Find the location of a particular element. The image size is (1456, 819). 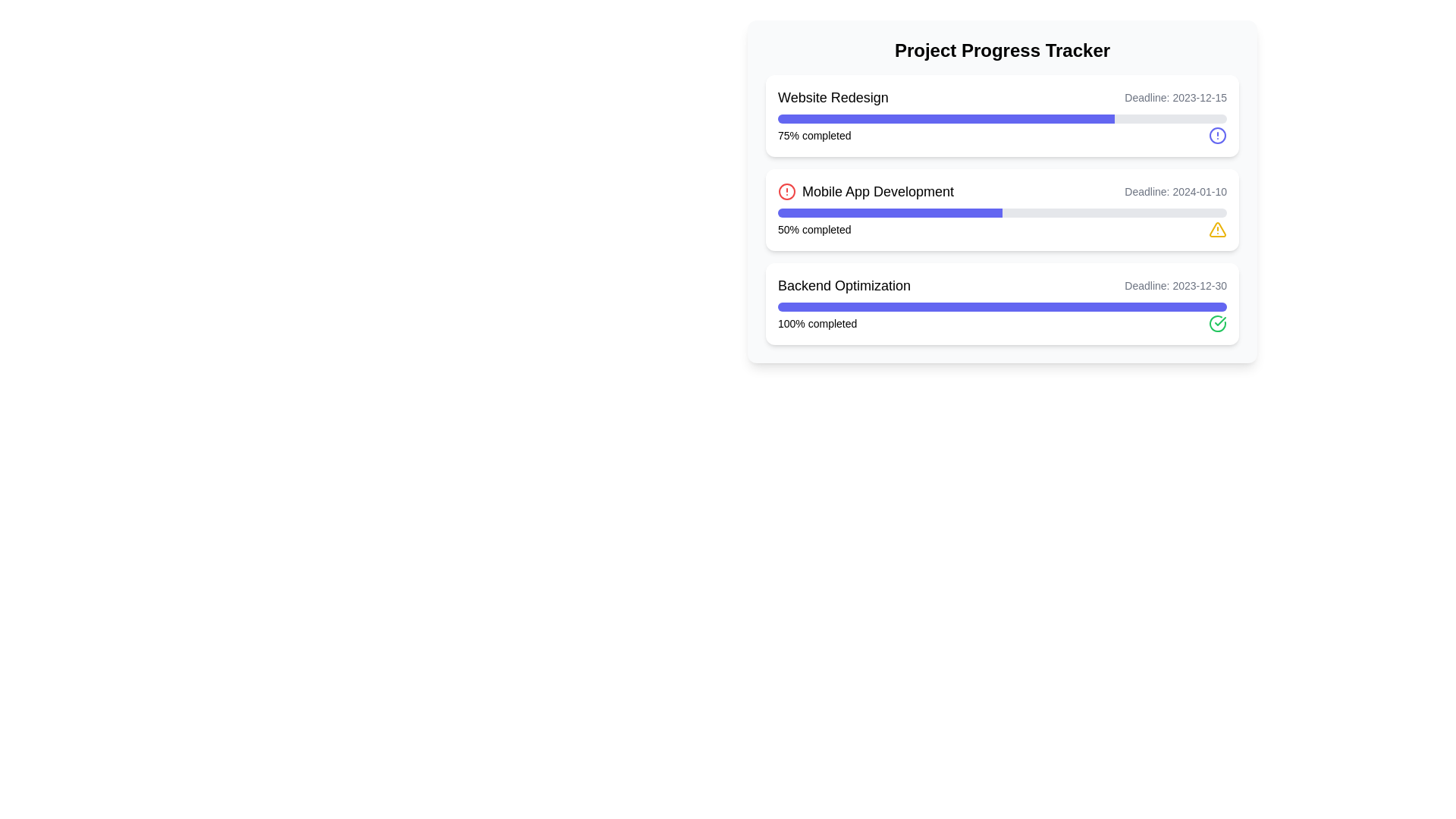

the graphical icon component that signifies a status or alert for the 'Website Redesign' task, located near the end of the progress bar at the top right of the task details card is located at coordinates (1218, 134).